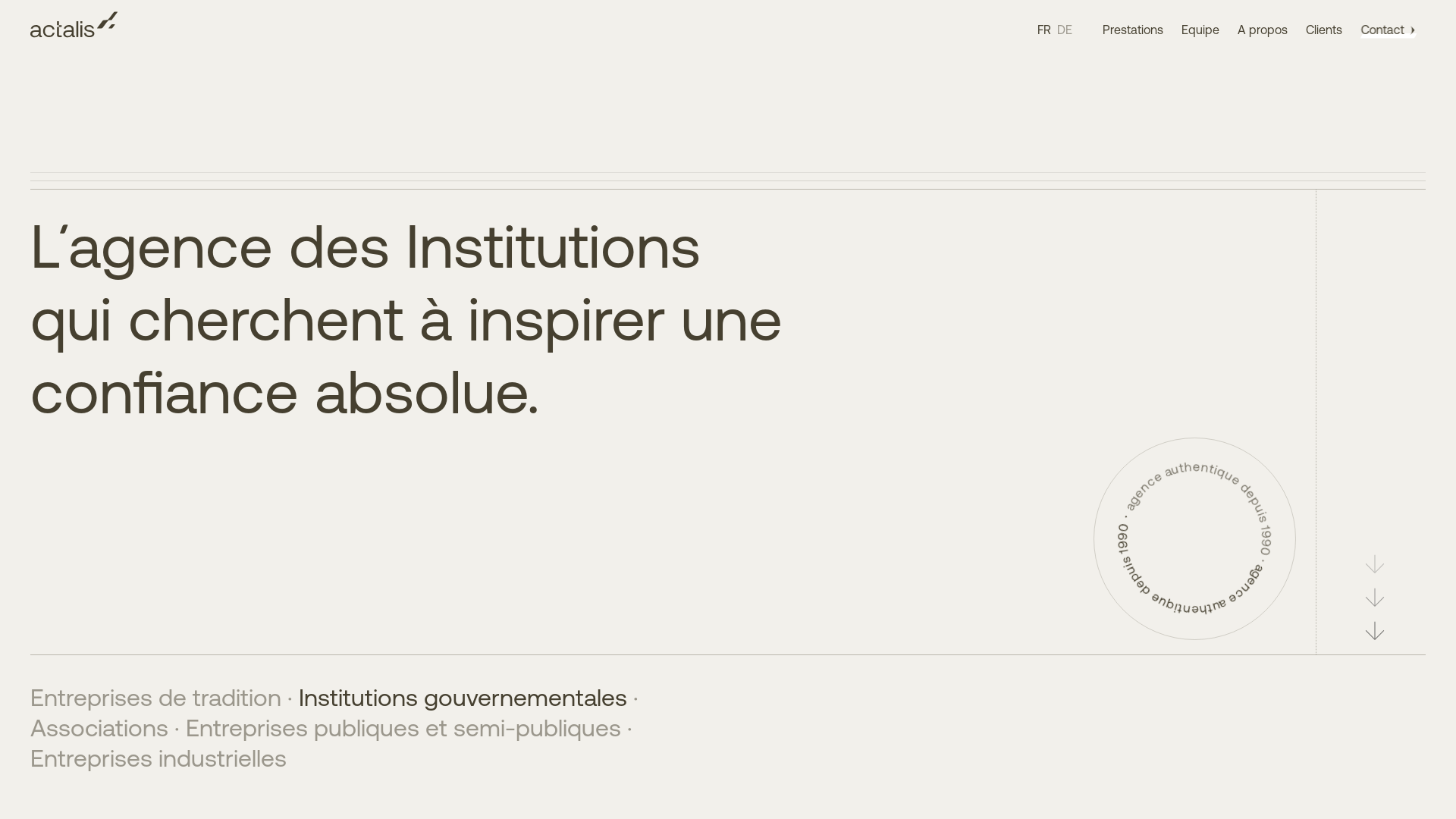 Image resolution: width=1456 pixels, height=819 pixels. I want to click on 'Contact', so click(1393, 30).